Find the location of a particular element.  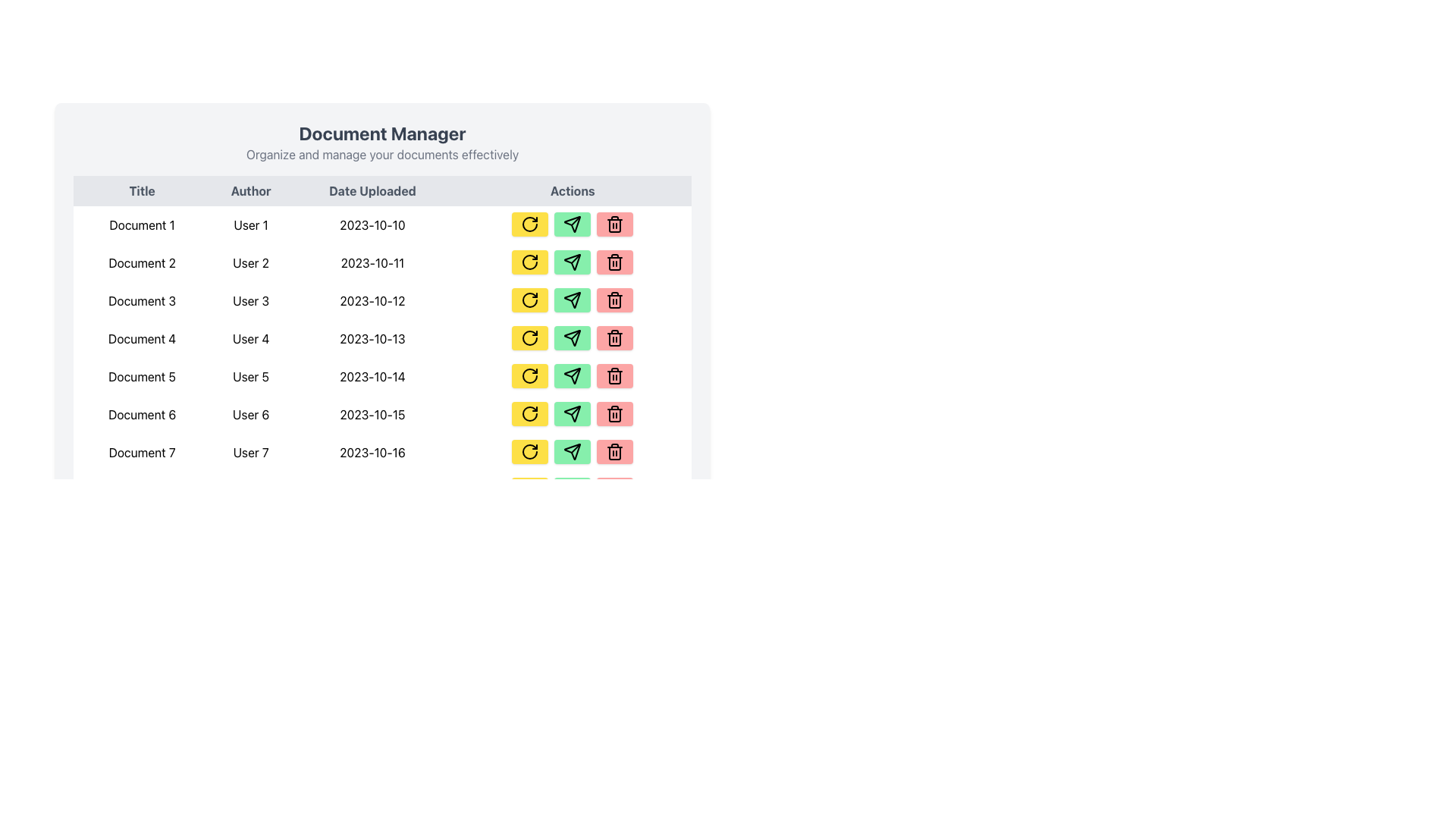

the green button with a paper plane icon in the 'Actions' column of the document management interface, located between the yellow refresh button and the red delete button is located at coordinates (572, 414).